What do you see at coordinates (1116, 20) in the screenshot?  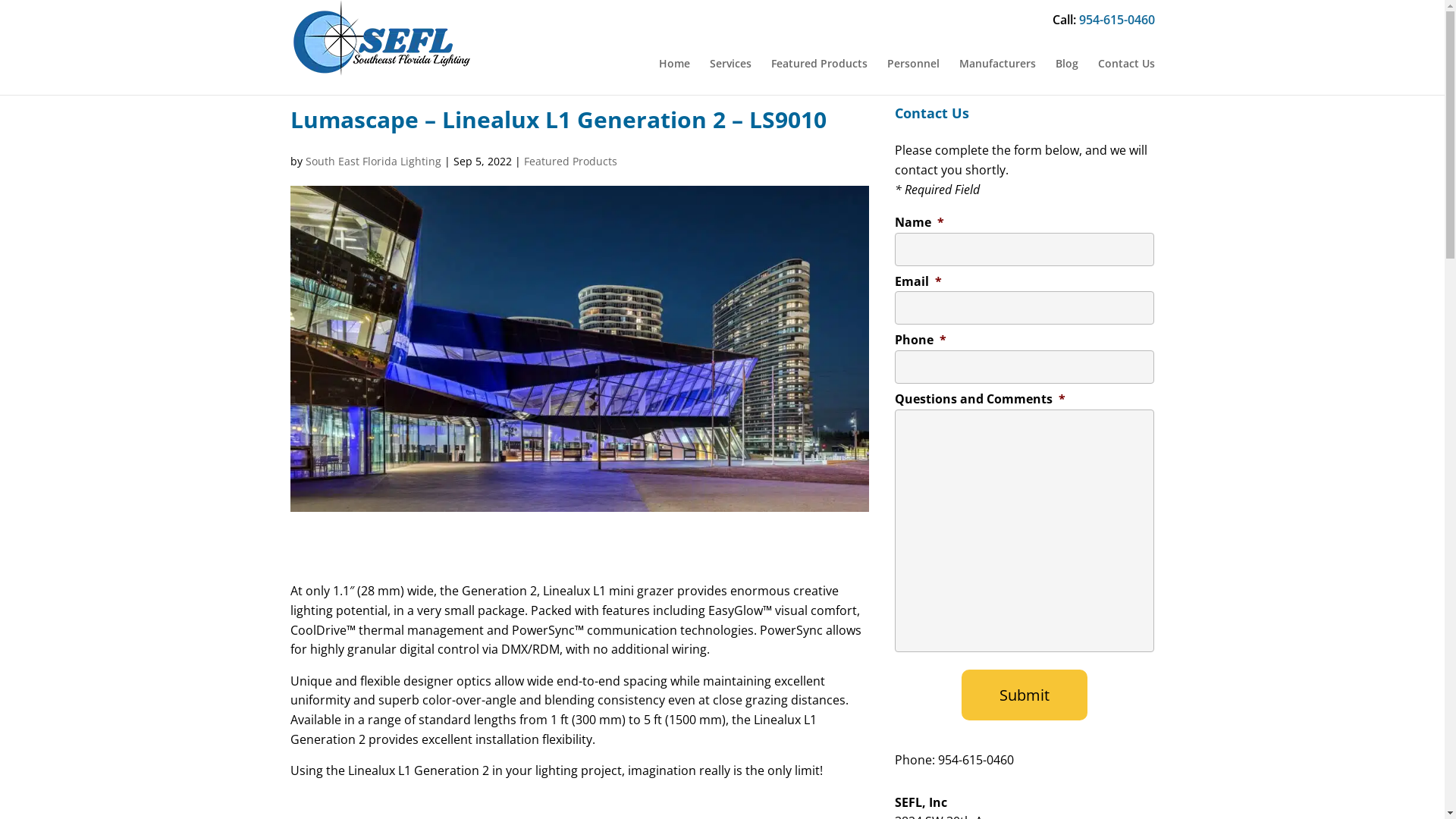 I see `'954-615-0460'` at bounding box center [1116, 20].